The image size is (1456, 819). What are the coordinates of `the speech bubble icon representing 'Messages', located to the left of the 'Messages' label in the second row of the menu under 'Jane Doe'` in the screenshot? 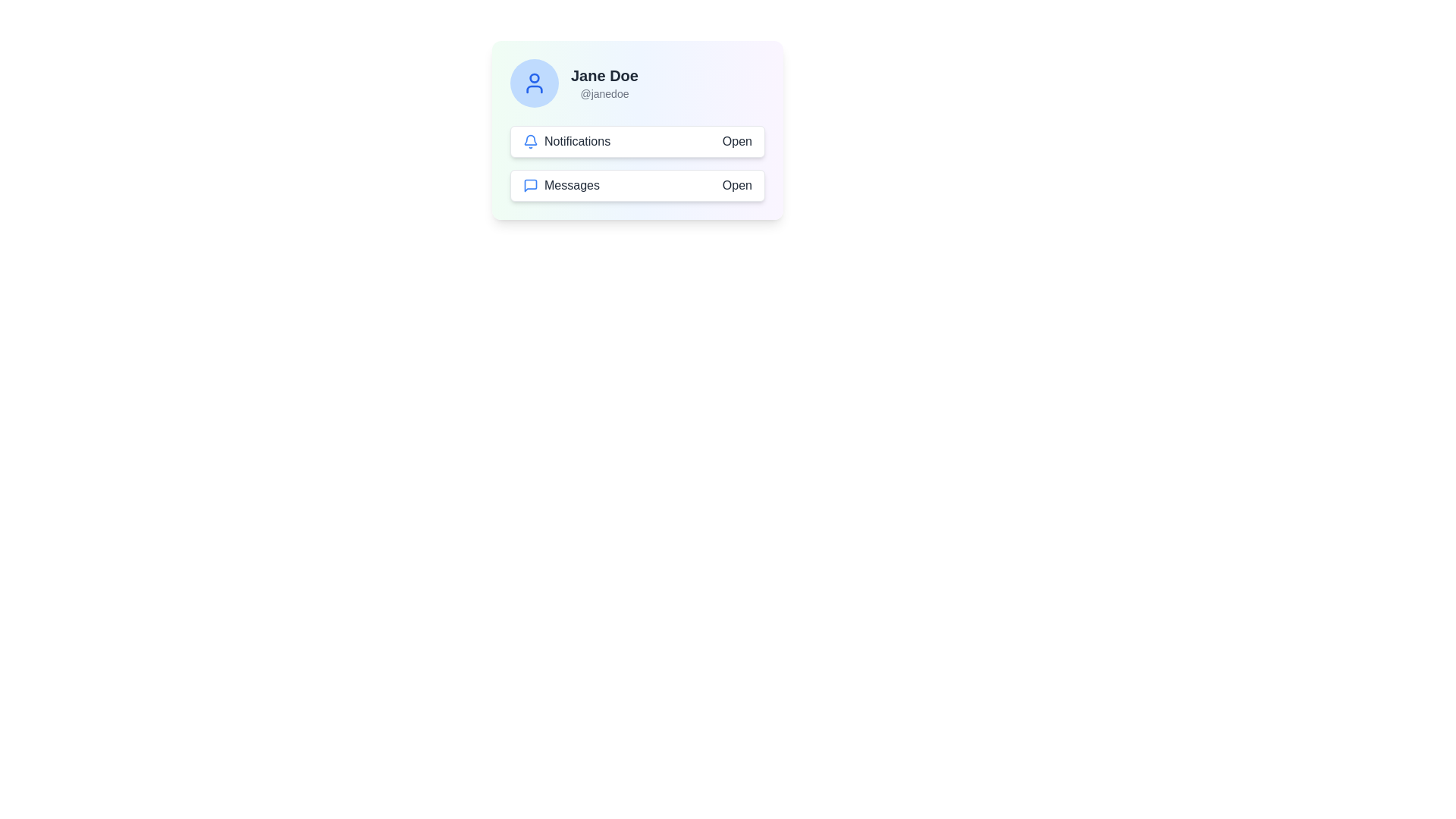 It's located at (531, 185).